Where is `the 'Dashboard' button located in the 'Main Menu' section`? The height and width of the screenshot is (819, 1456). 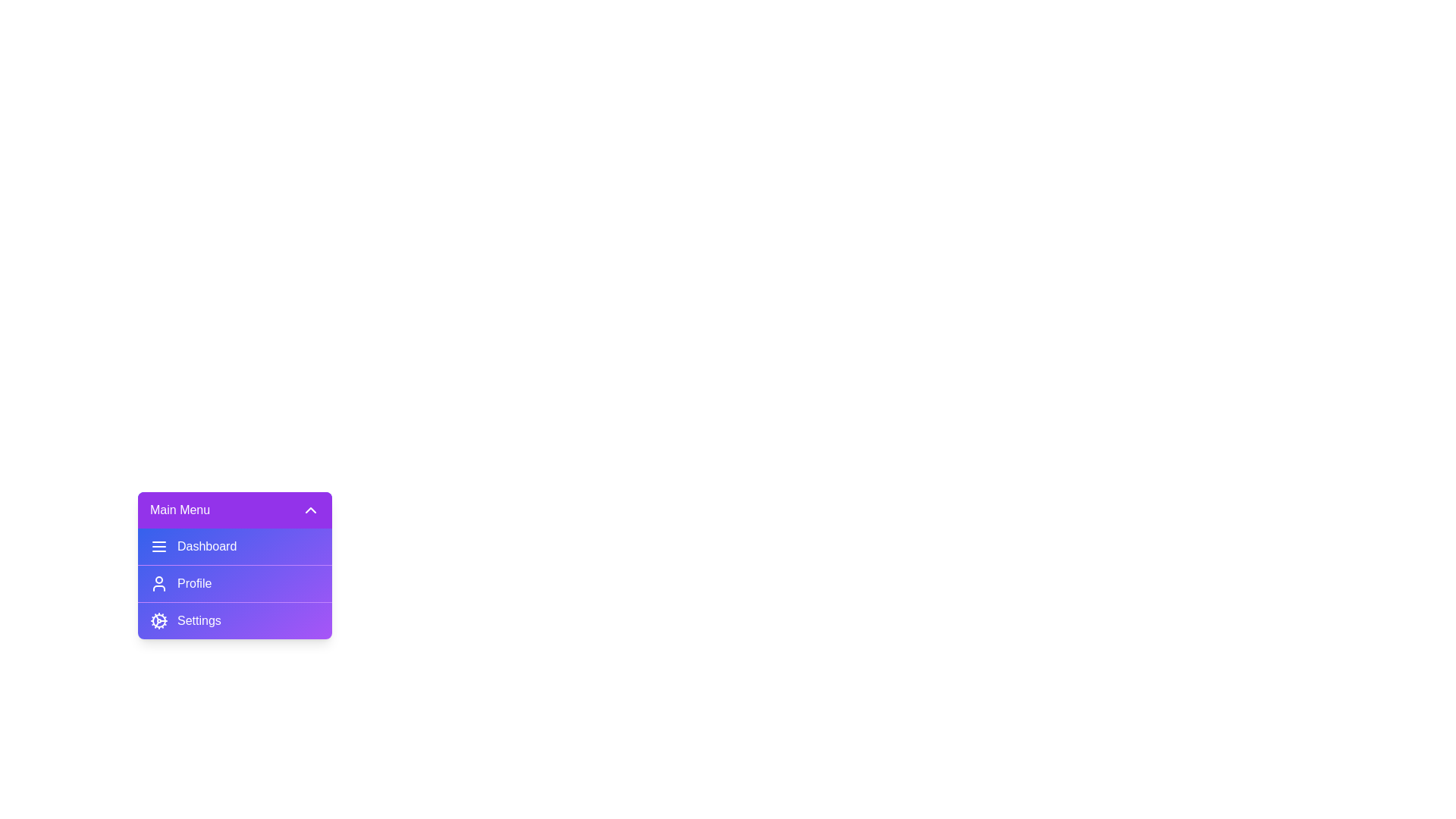
the 'Dashboard' button located in the 'Main Menu' section is located at coordinates (234, 547).